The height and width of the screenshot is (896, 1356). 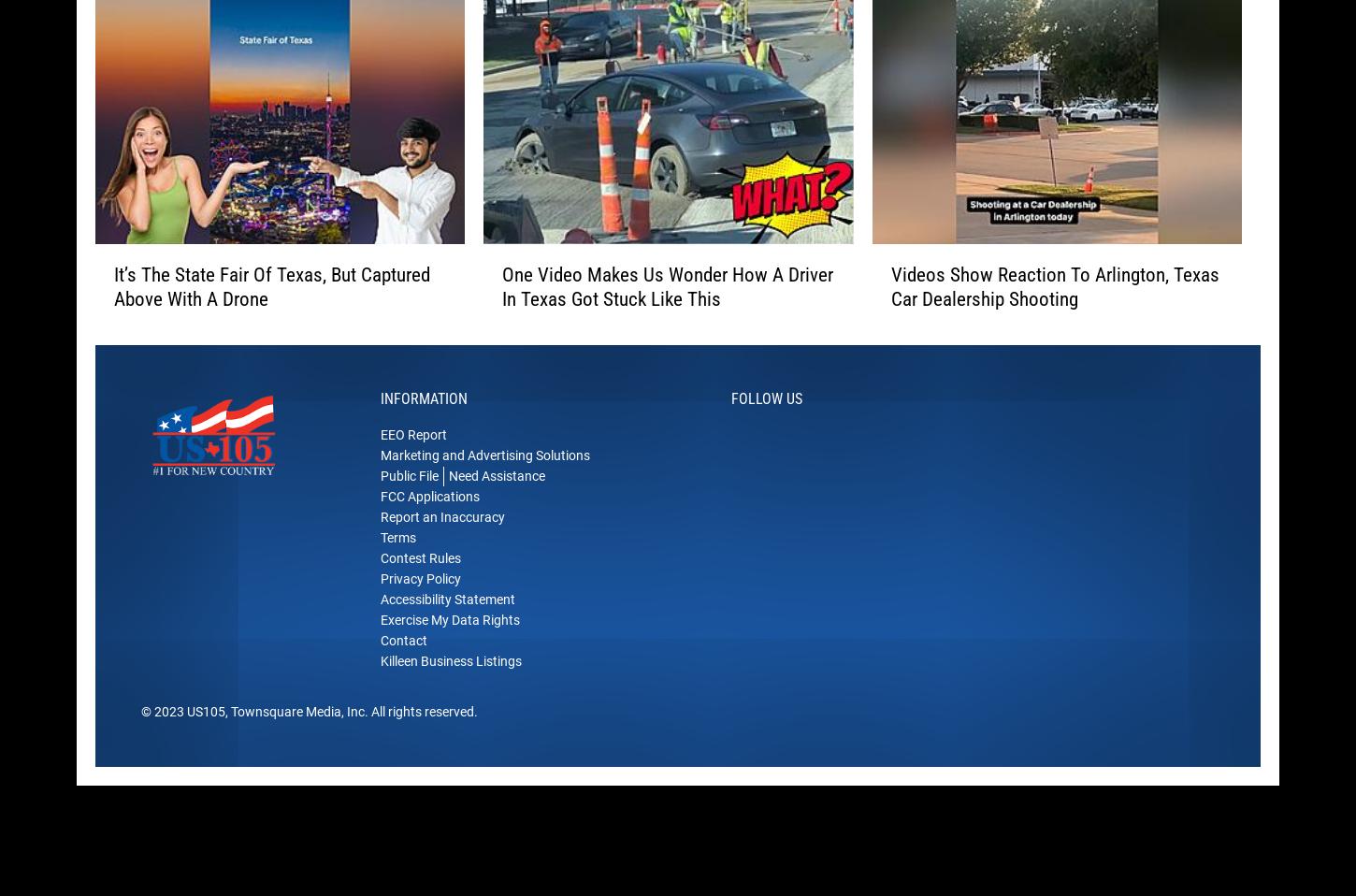 What do you see at coordinates (766, 427) in the screenshot?
I see `'Follow Us'` at bounding box center [766, 427].